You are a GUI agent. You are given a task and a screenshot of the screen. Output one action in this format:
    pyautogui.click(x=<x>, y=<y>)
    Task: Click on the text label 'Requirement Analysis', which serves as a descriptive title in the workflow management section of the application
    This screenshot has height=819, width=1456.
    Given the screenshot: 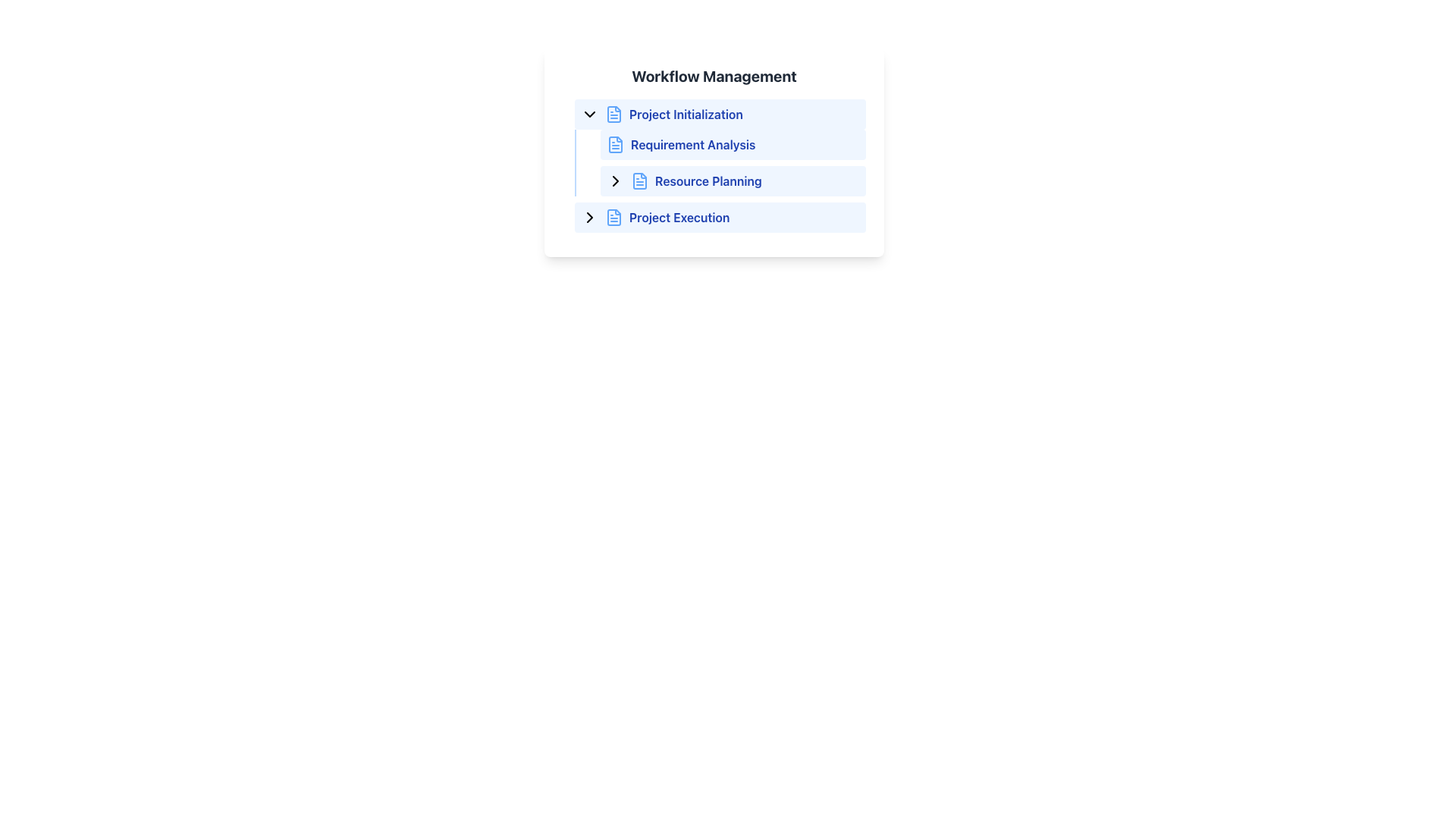 What is the action you would take?
    pyautogui.click(x=692, y=145)
    